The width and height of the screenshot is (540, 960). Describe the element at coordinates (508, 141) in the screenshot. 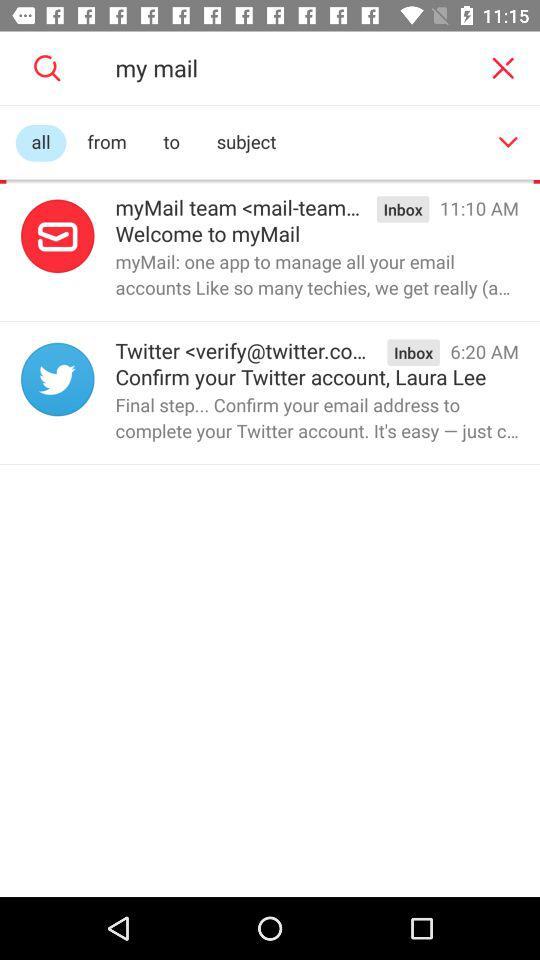

I see `item to the right of subject icon` at that location.